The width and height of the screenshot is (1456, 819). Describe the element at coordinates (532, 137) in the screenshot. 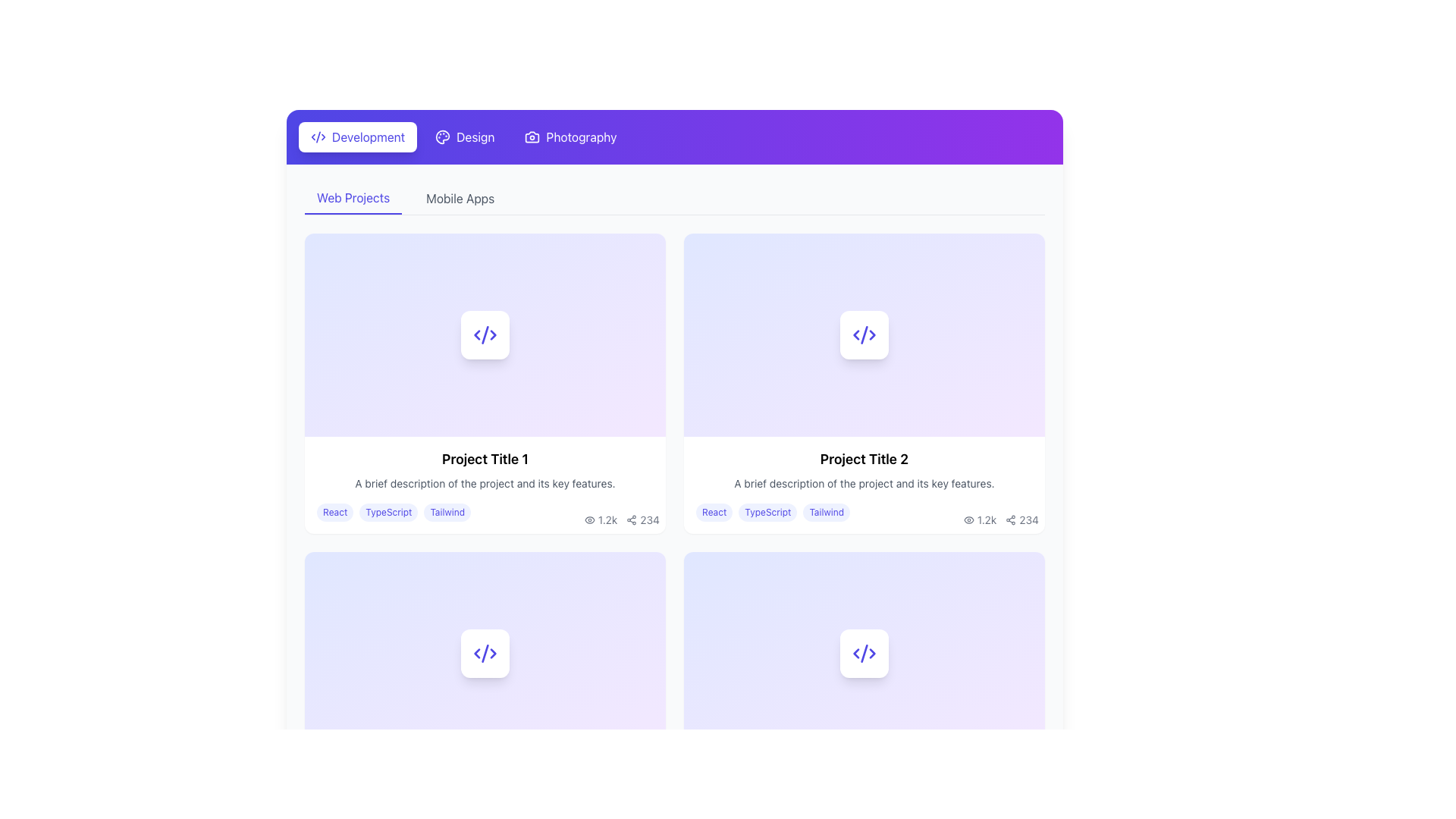

I see `the third SVG icon in the navigation bar that resembles a camera` at that location.